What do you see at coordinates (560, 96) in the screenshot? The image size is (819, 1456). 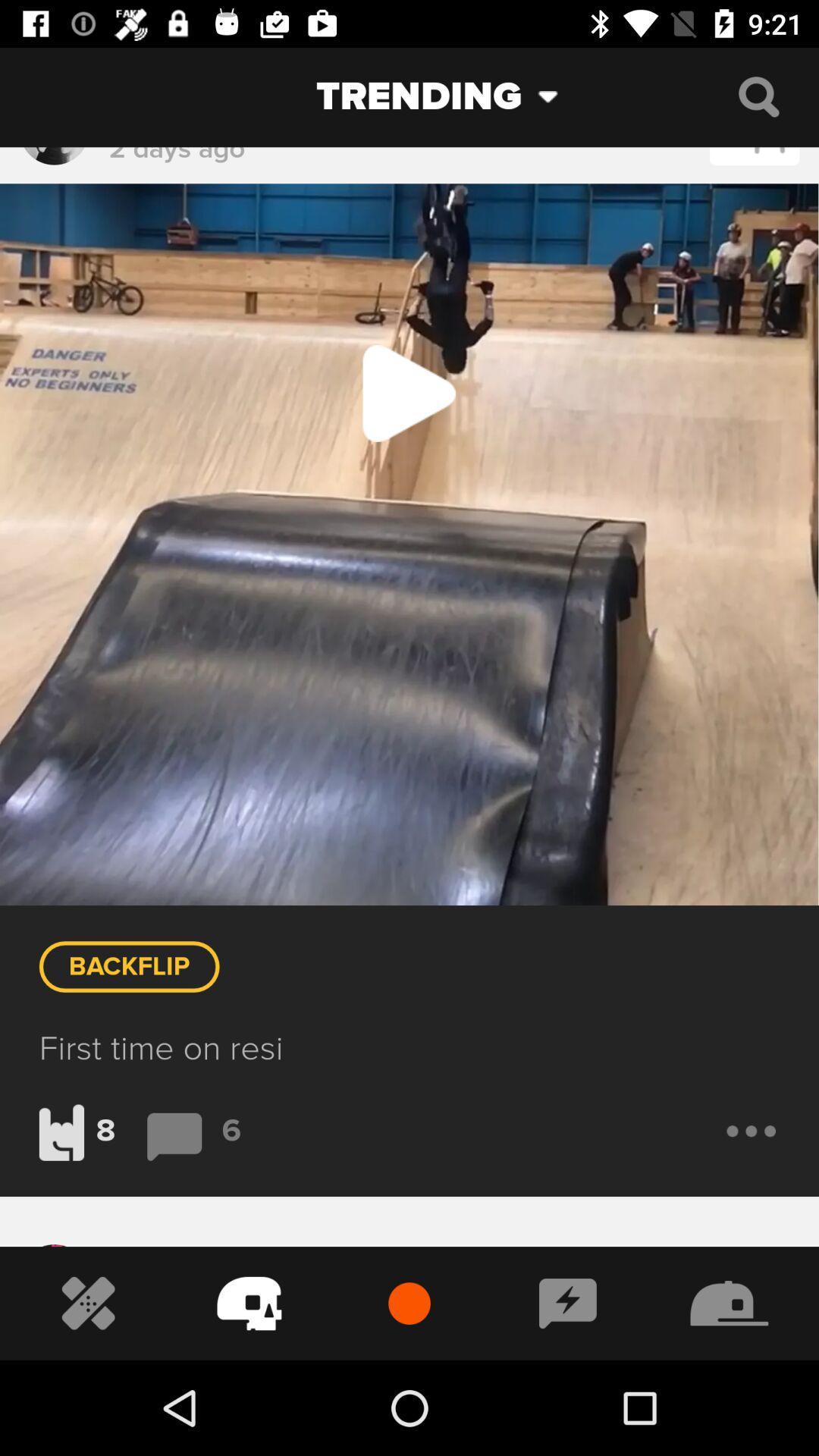 I see `the expand_more icon` at bounding box center [560, 96].